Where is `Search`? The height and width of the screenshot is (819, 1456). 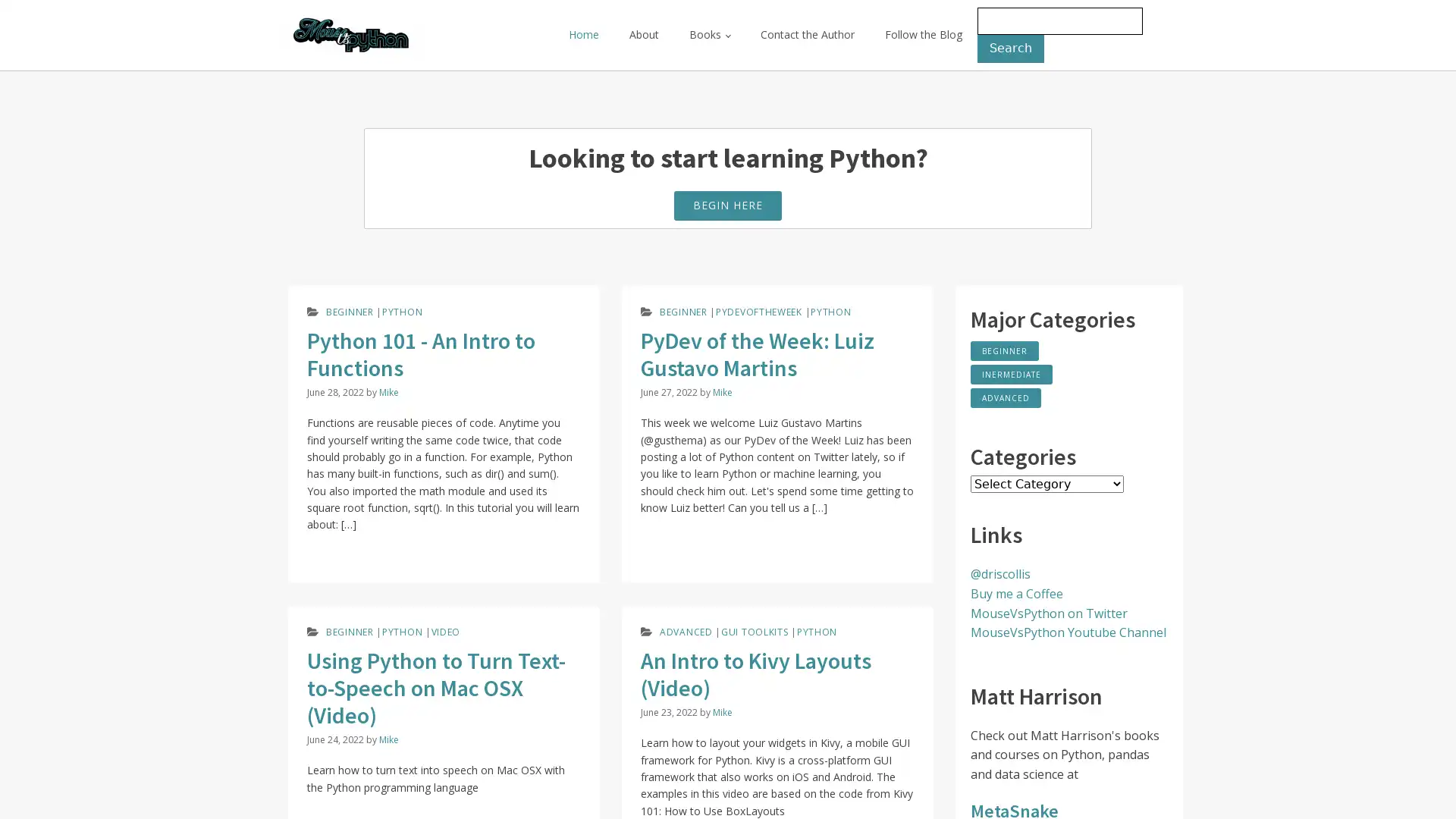
Search is located at coordinates (1011, 48).